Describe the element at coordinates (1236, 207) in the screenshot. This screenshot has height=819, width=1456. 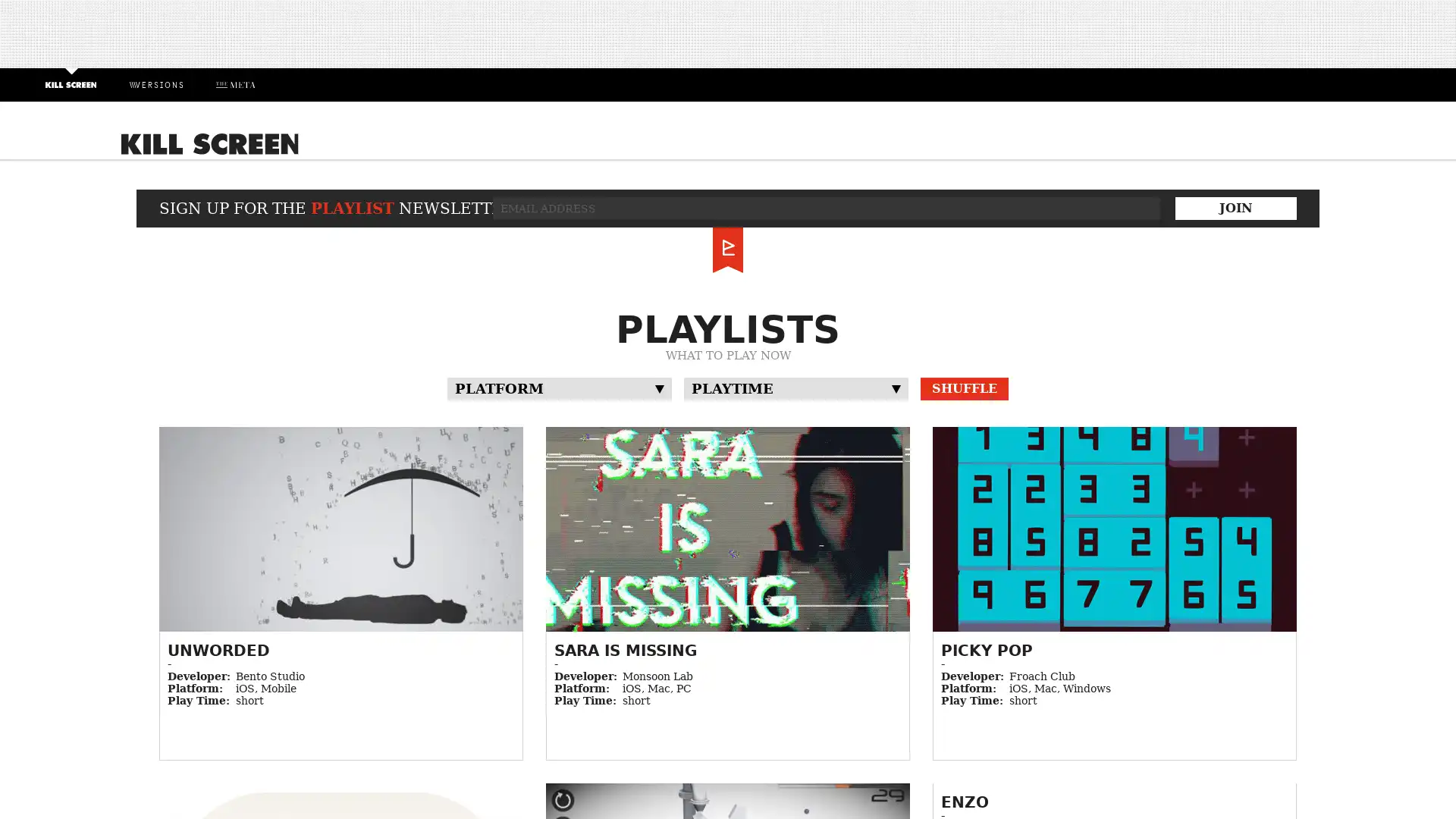
I see `JOIN` at that location.